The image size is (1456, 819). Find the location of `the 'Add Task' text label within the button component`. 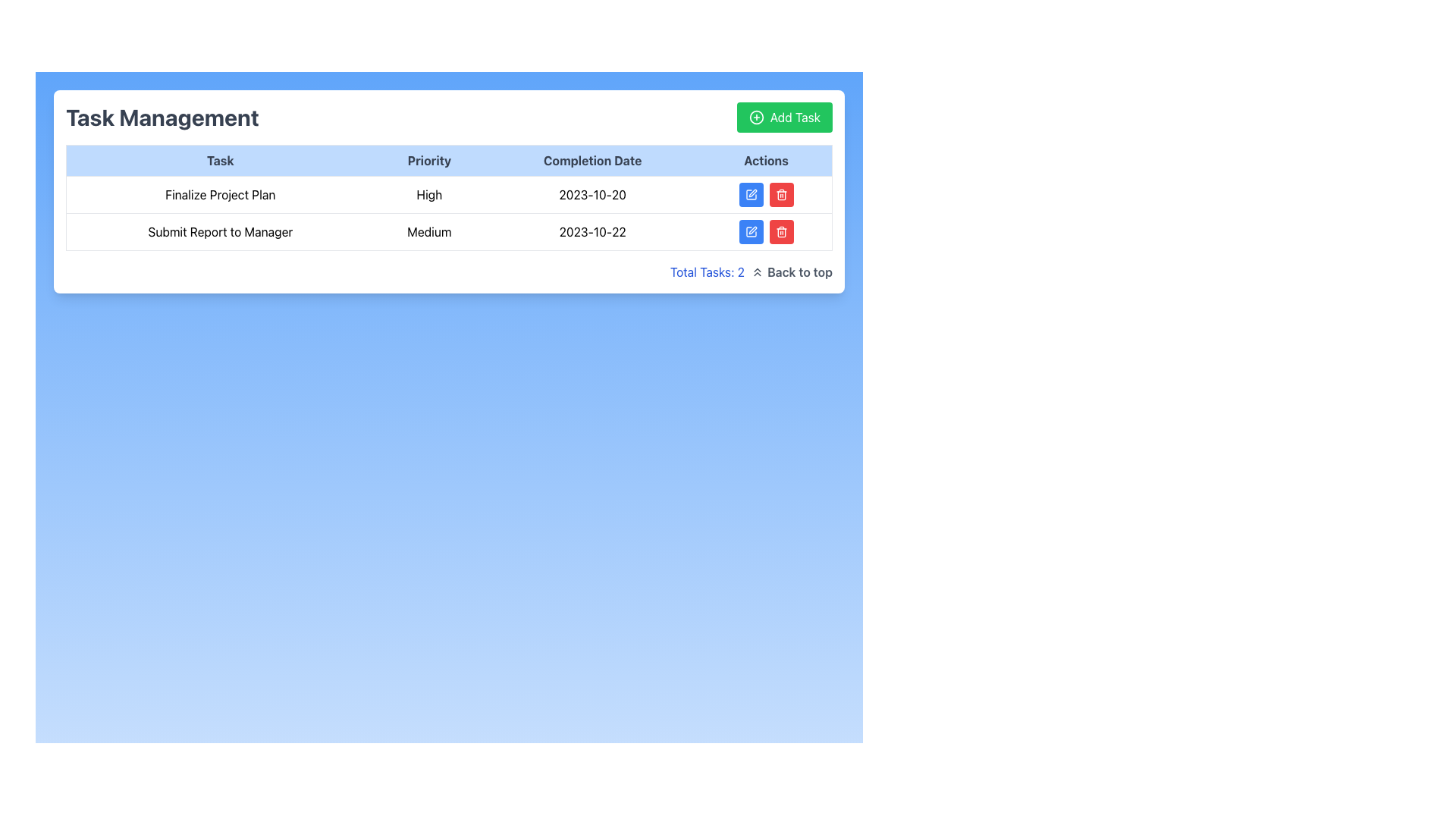

the 'Add Task' text label within the button component is located at coordinates (794, 116).